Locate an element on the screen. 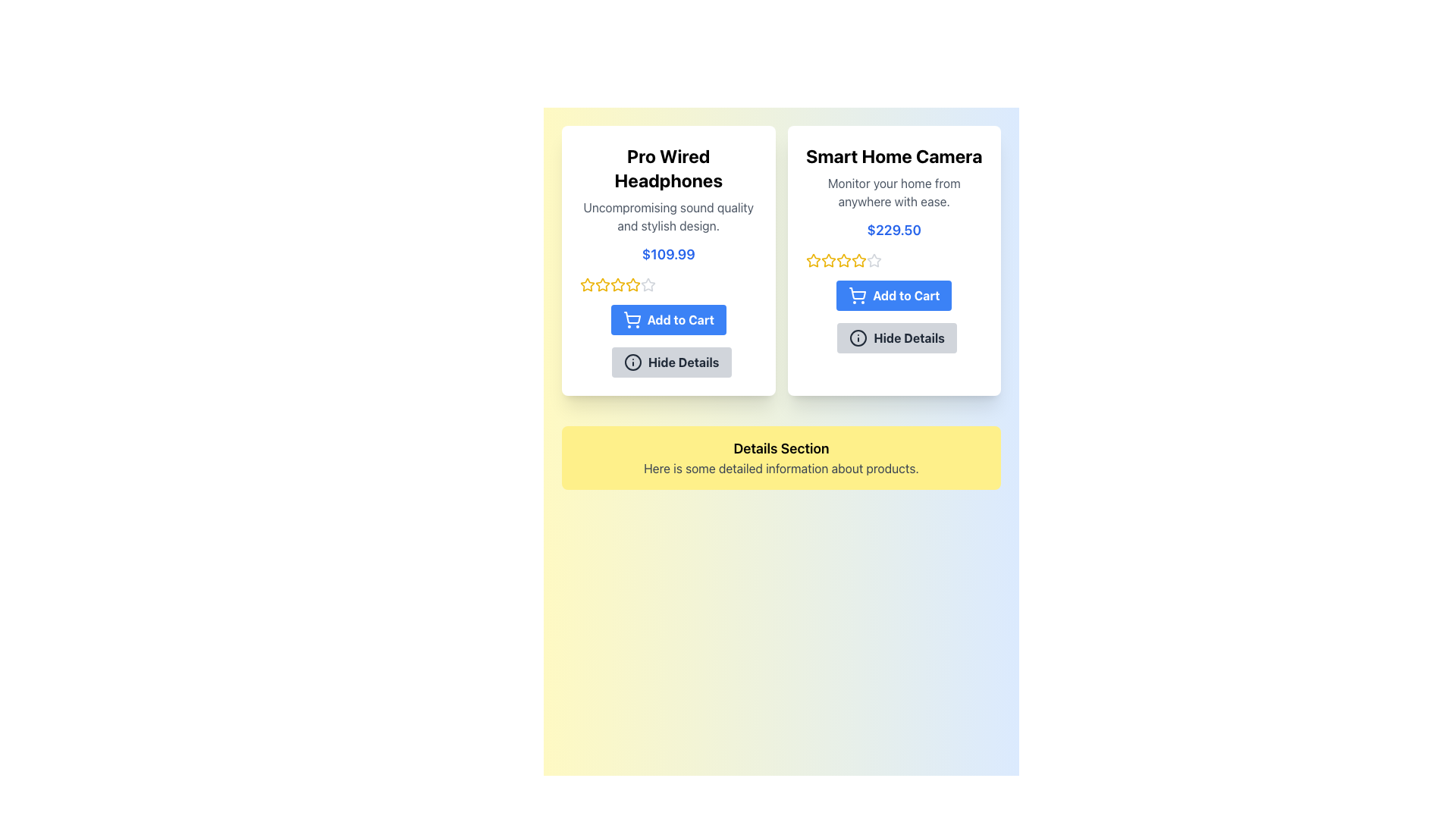 This screenshot has height=819, width=1456. the gray button with rounded corners containing an encircled 'i' icon and the text 'Hide Details' to hide details is located at coordinates (670, 362).